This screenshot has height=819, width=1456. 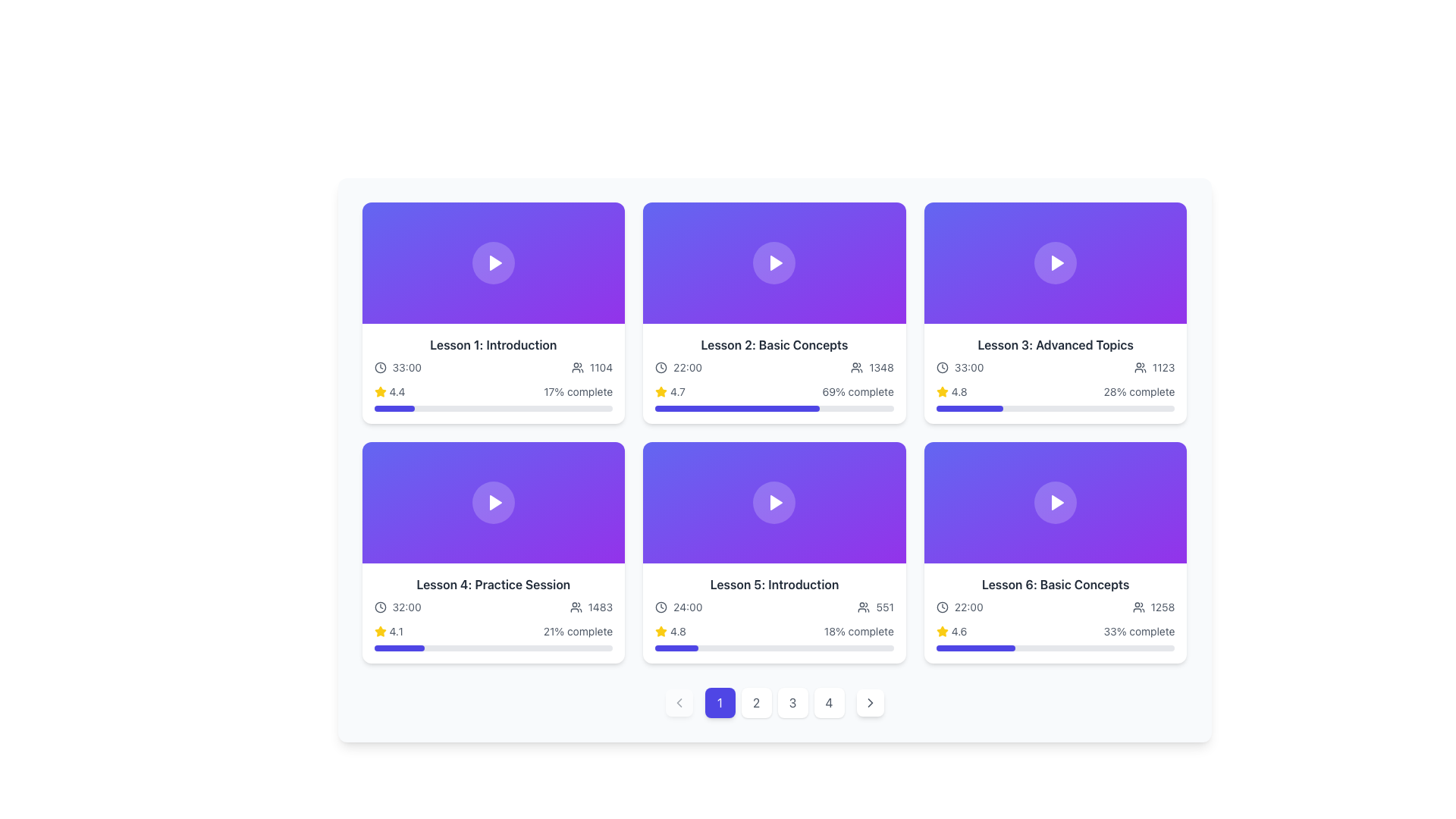 I want to click on the numerical text label '4.8', which is styled in gray and positioned to the right of a yellow star icon, located in the bottom part of the card labeled 'Lesson 5: Introduction', so click(x=677, y=632).